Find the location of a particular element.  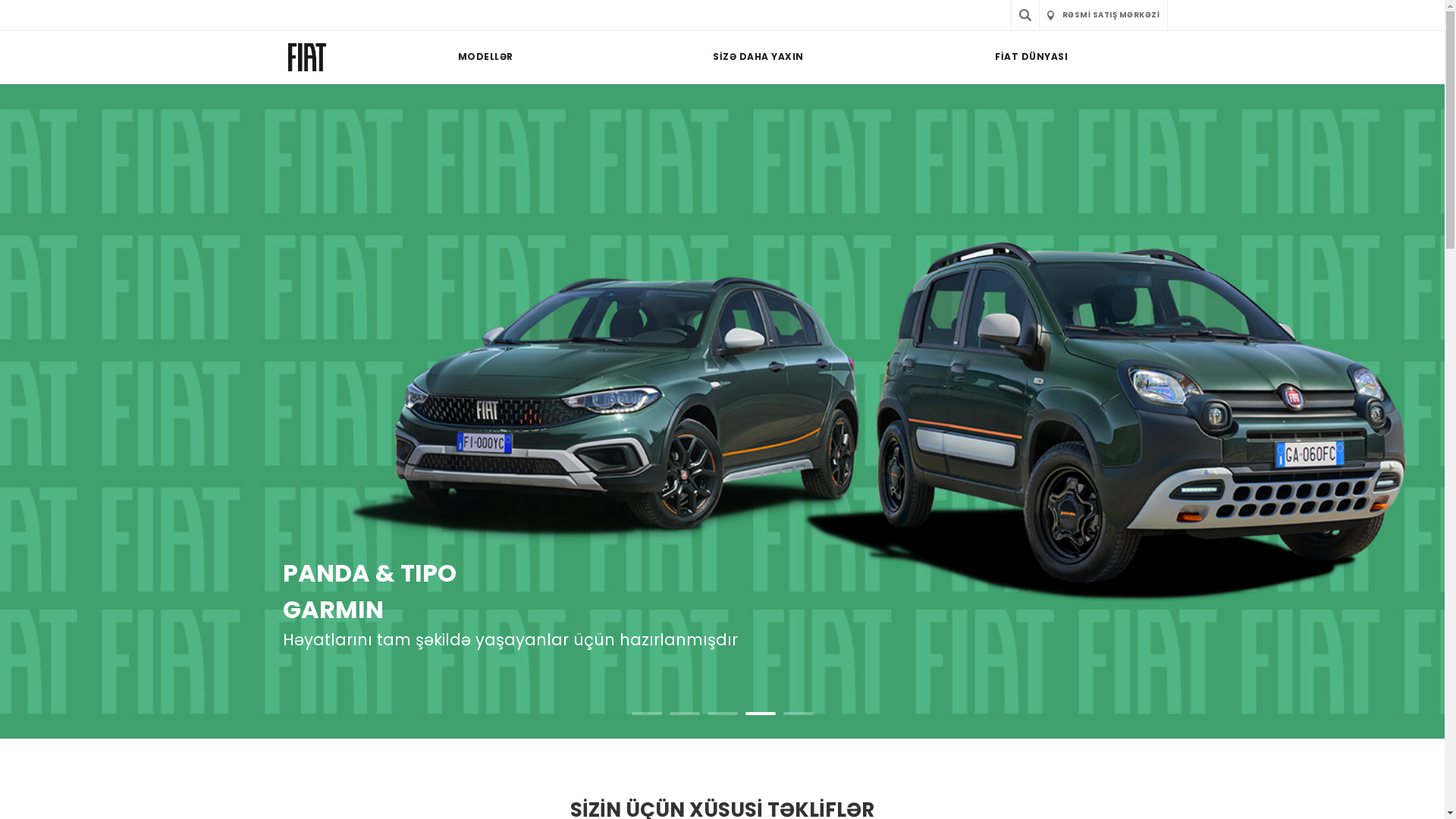

'2' is located at coordinates (668, 714).